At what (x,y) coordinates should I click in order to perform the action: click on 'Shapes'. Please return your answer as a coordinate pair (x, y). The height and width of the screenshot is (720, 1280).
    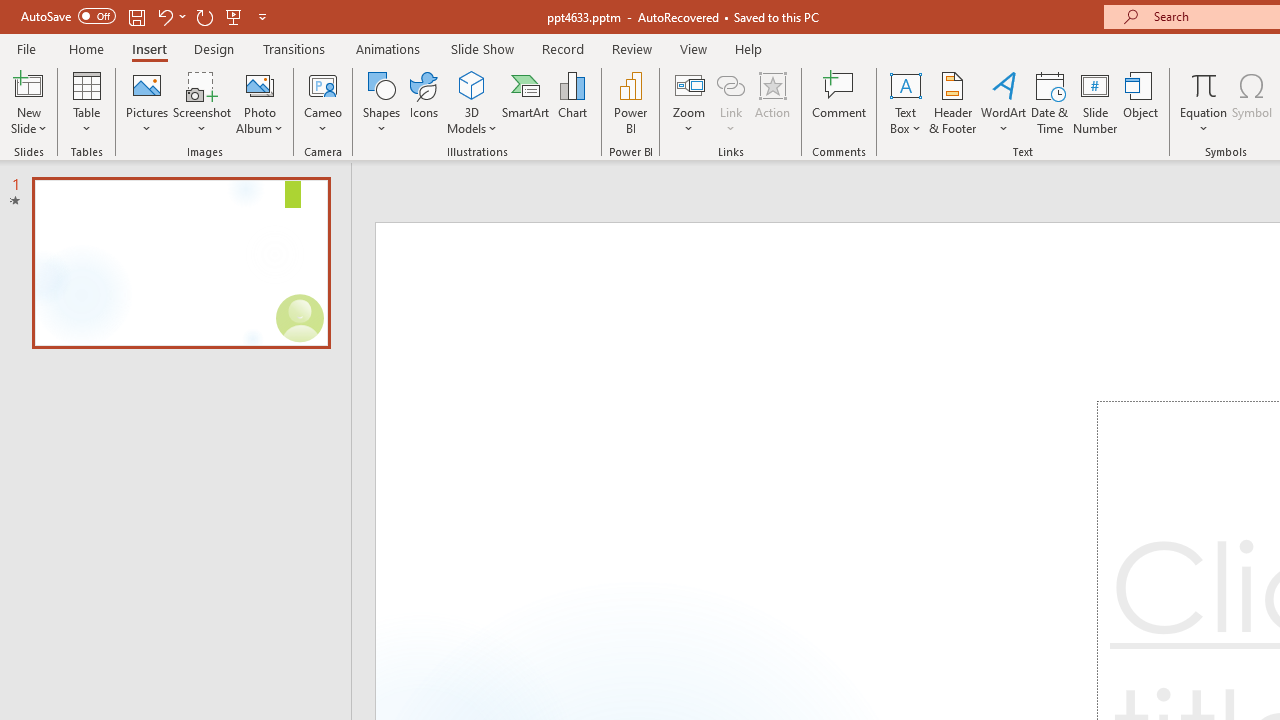
    Looking at the image, I should click on (382, 103).